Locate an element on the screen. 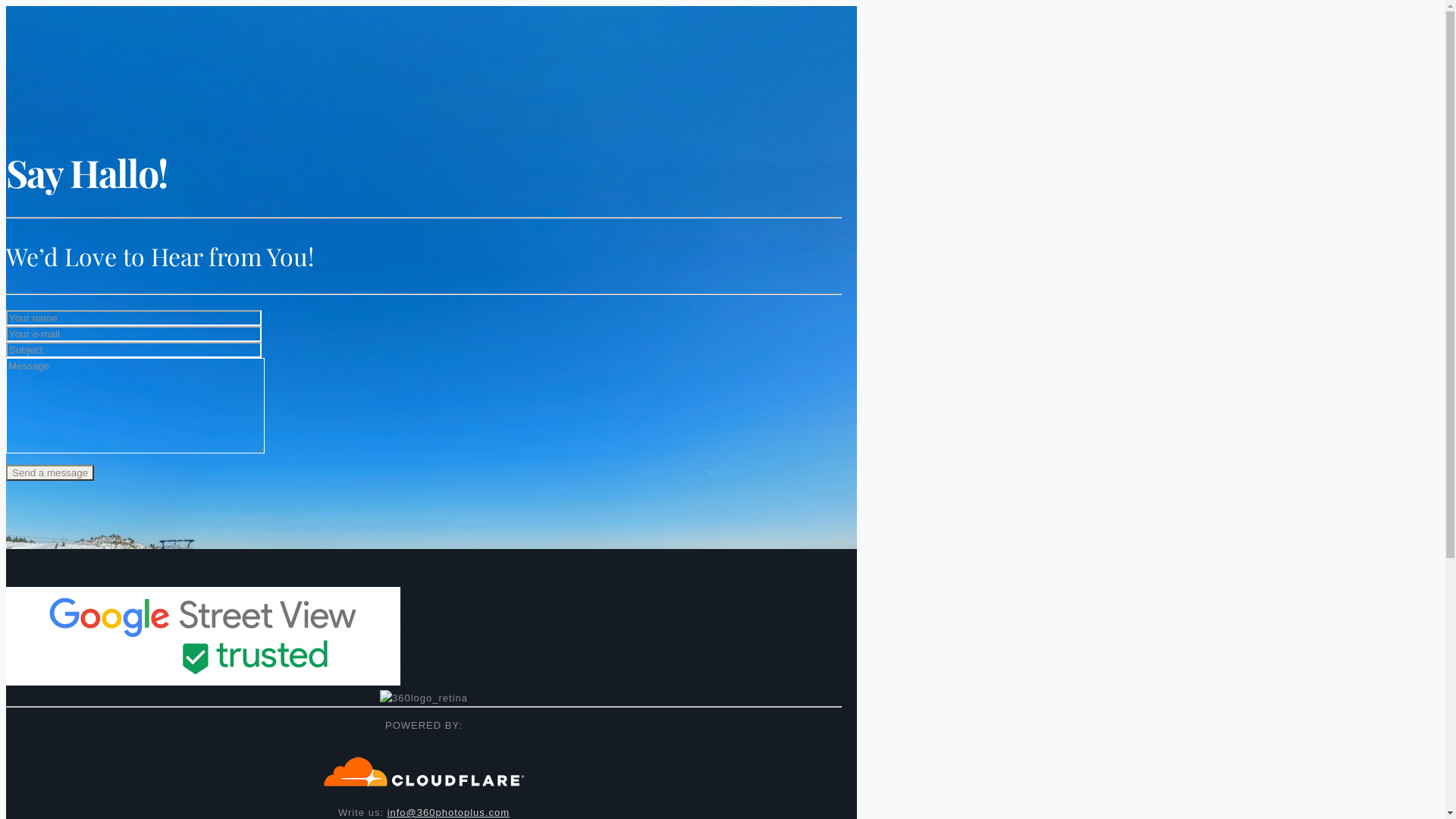 This screenshot has height=819, width=1456. 'Send a message' is located at coordinates (50, 472).